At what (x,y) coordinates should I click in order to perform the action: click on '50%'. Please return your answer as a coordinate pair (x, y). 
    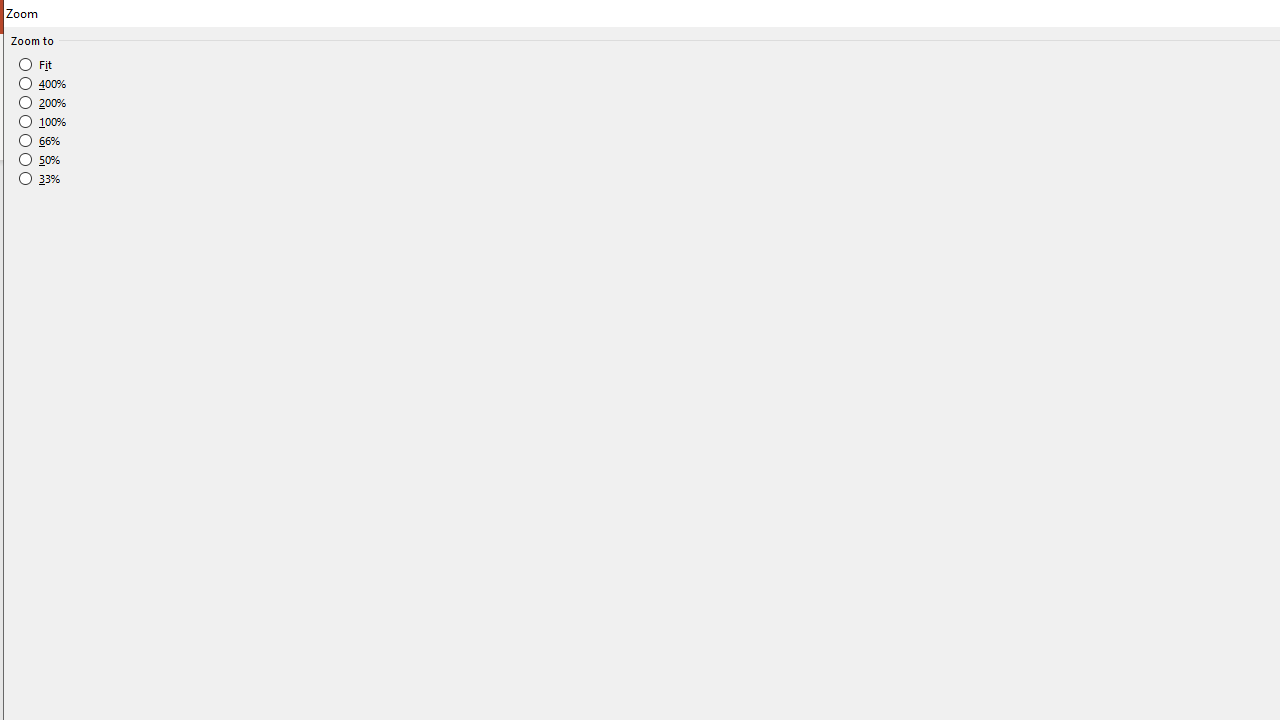
    Looking at the image, I should click on (40, 158).